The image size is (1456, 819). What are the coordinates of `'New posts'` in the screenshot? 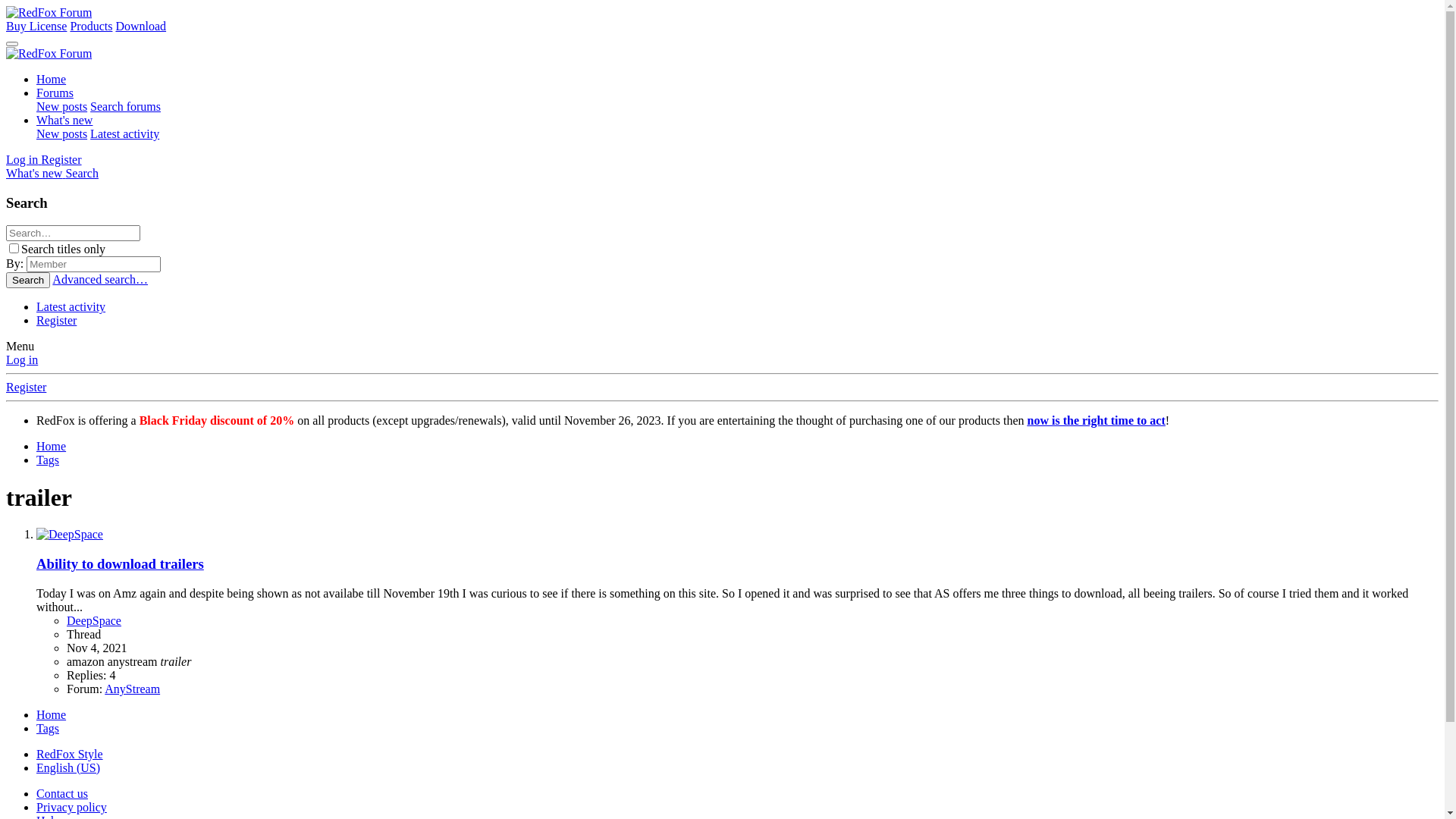 It's located at (36, 133).